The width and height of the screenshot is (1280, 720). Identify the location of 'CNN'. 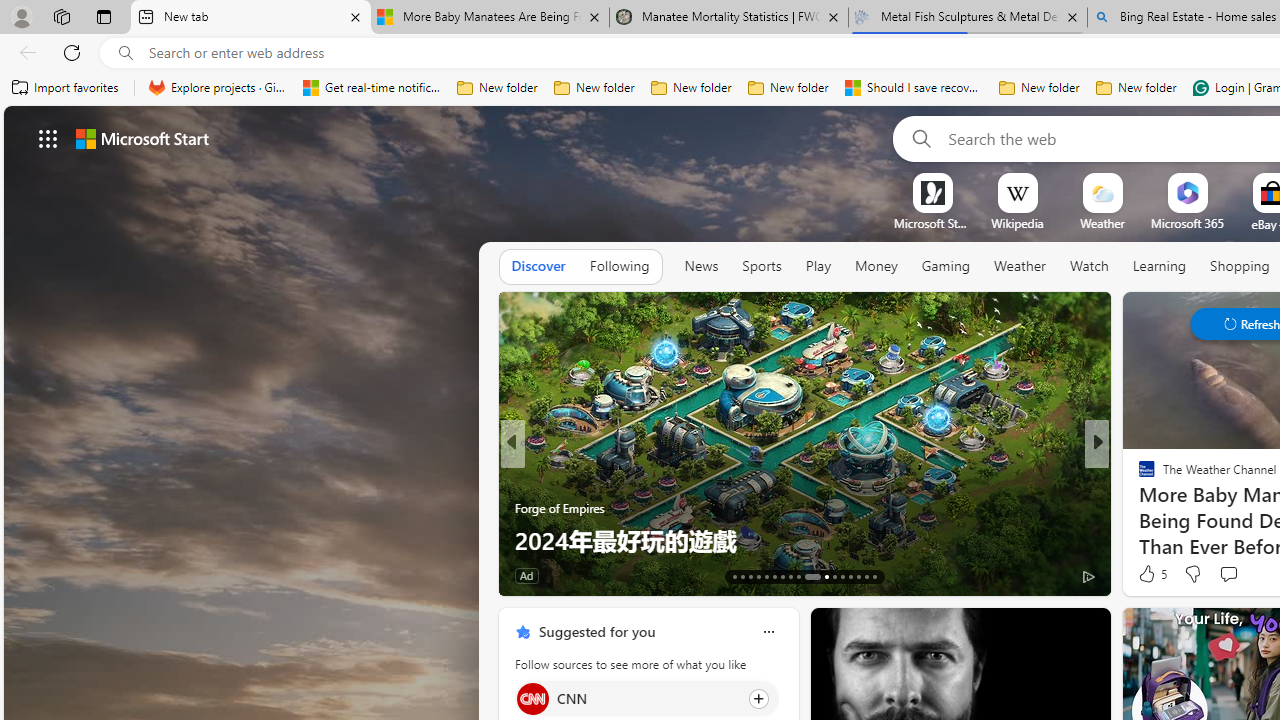
(532, 697).